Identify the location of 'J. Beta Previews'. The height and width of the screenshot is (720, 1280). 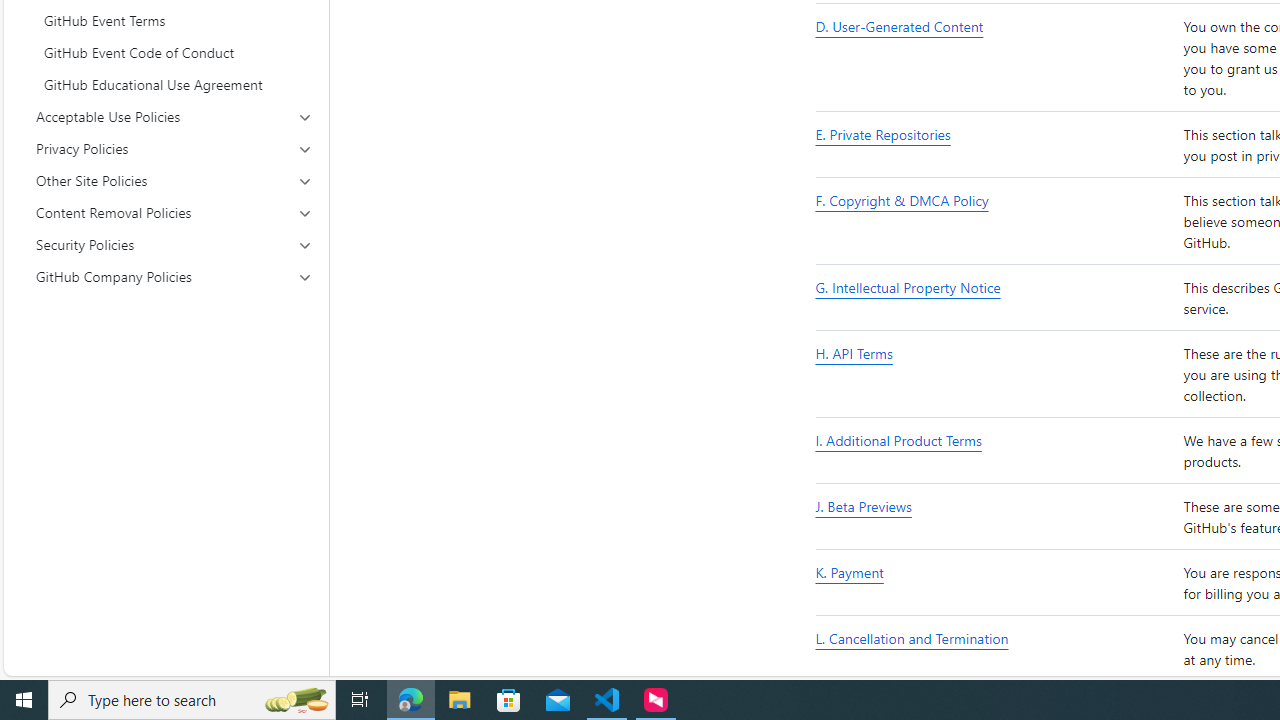
(995, 516).